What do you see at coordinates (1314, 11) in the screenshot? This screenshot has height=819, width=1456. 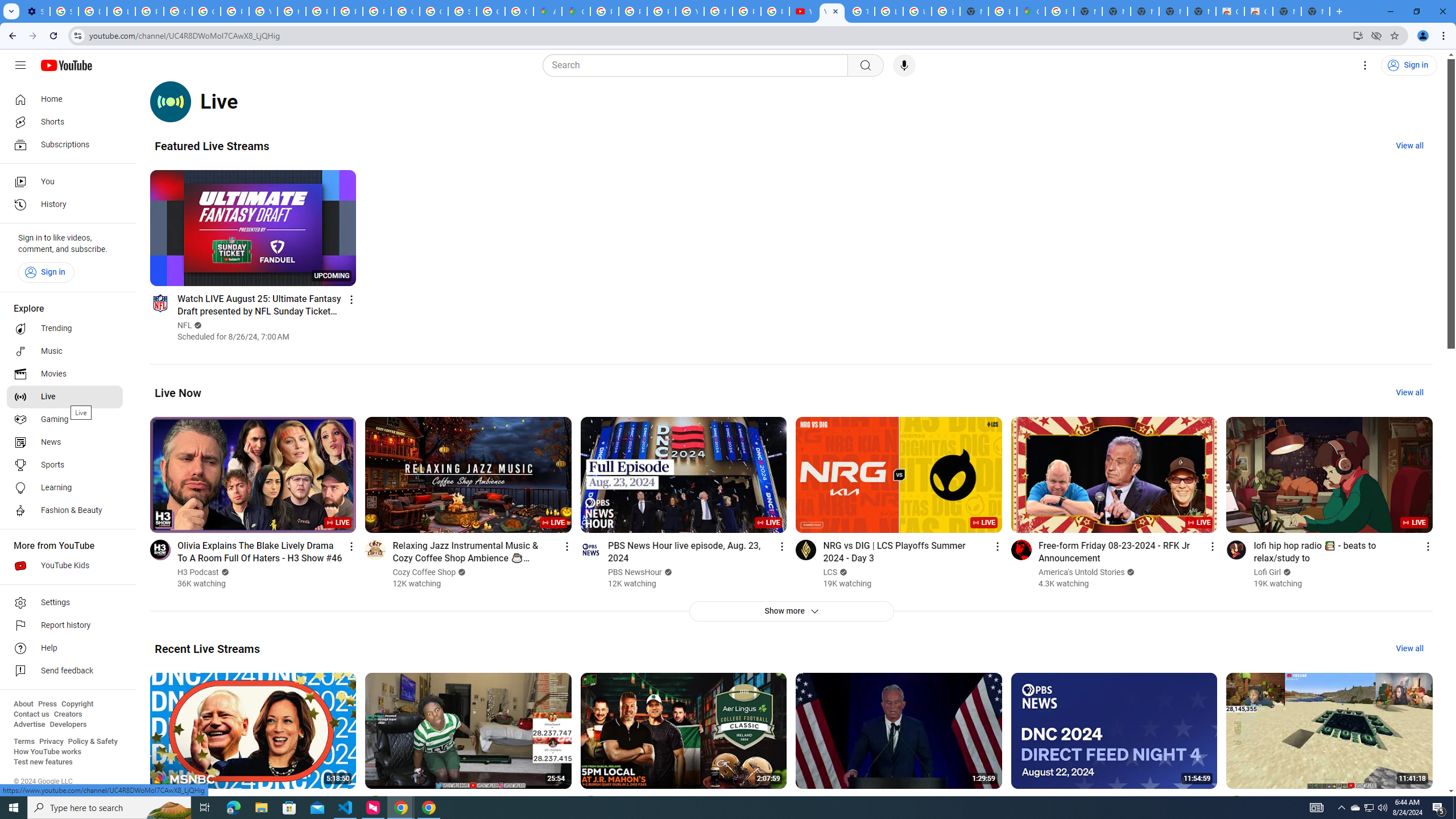 I see `'New Tab'` at bounding box center [1314, 11].